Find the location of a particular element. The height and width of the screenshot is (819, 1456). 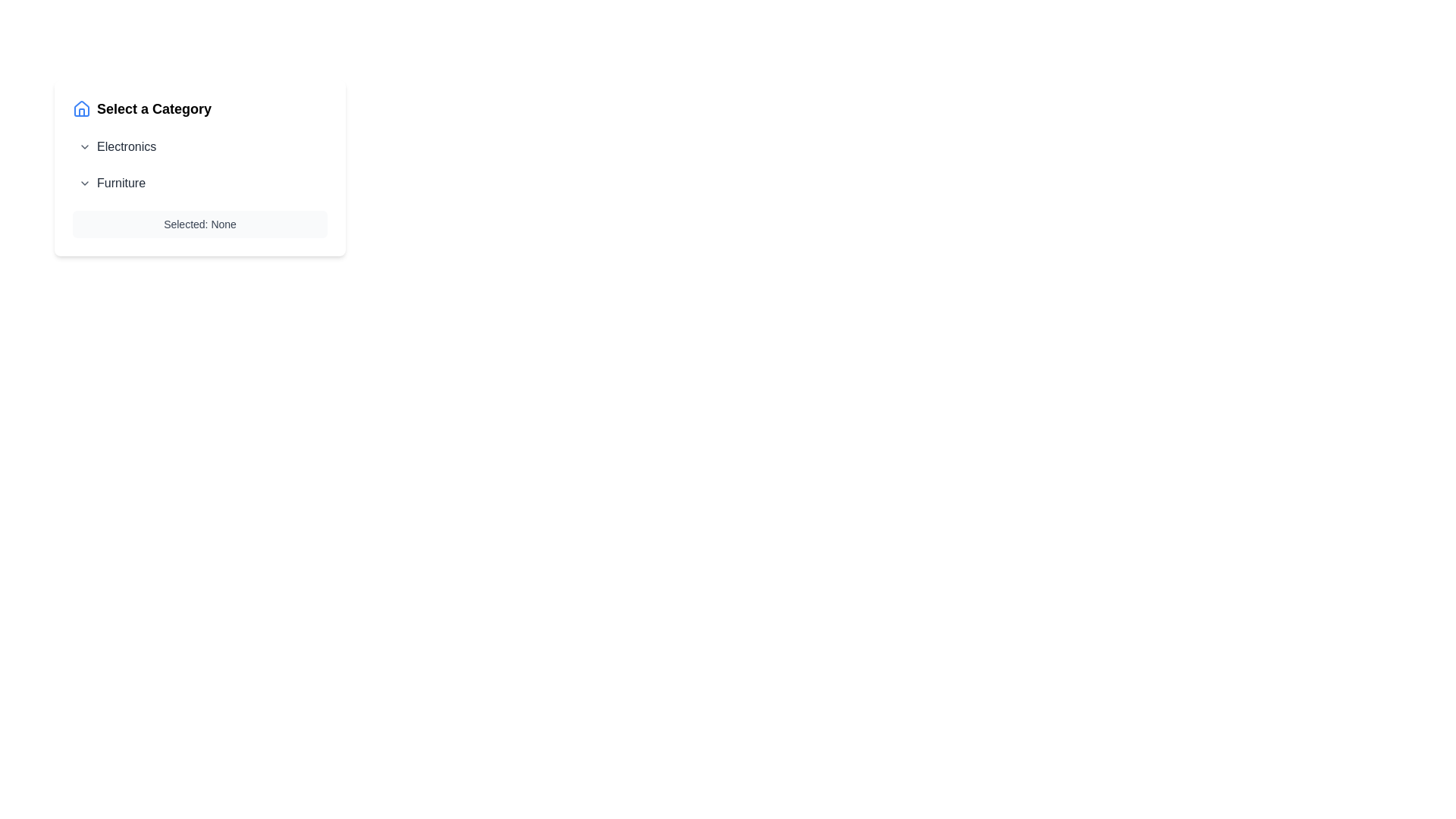

text label for the 'Electronics' category, which identifies this category in the UI and is positioned to the right of its dropdown arrow icon within the 'Select a Category' section is located at coordinates (127, 146).